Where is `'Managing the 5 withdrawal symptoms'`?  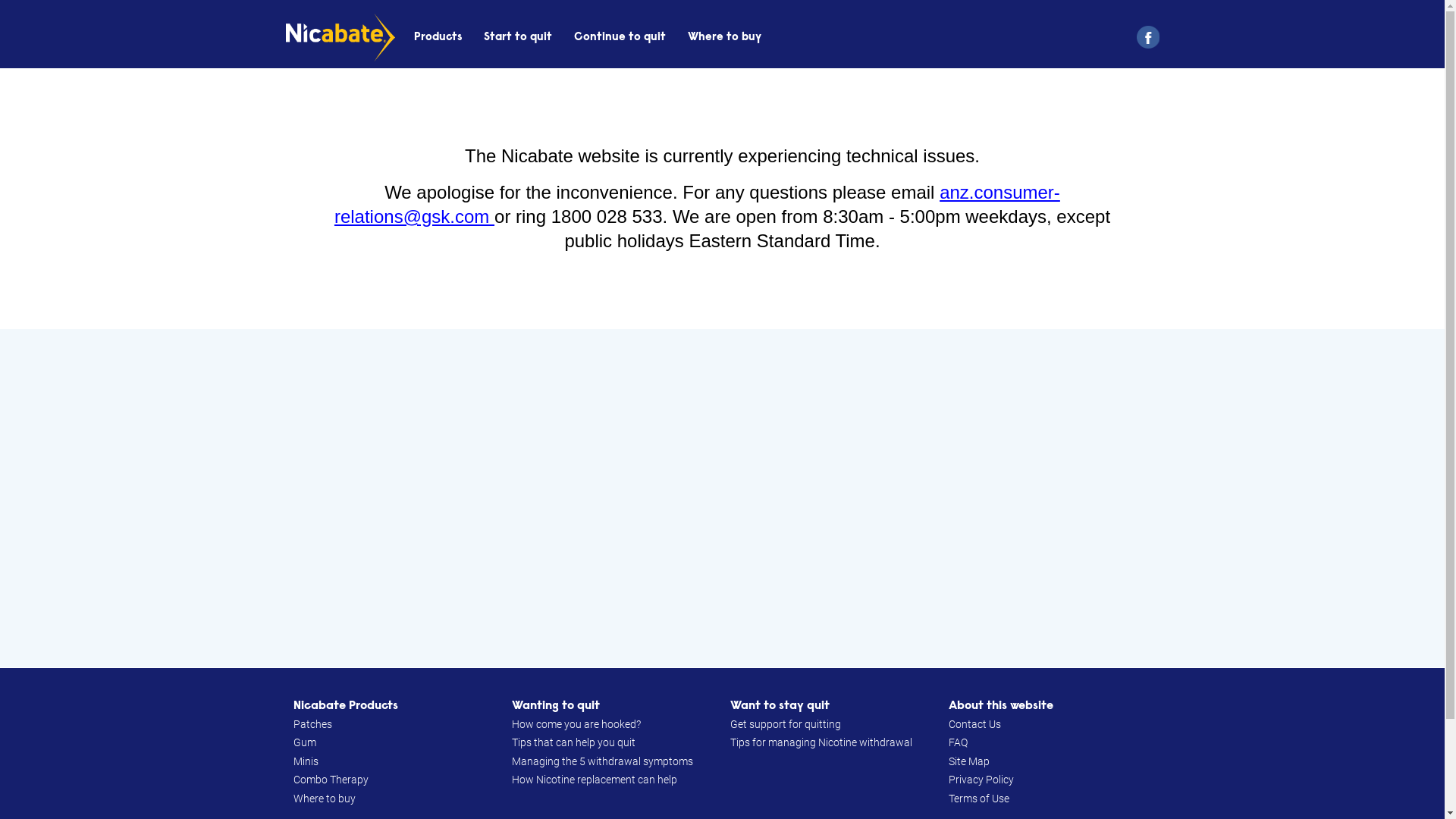 'Managing the 5 withdrawal symptoms' is located at coordinates (601, 761).